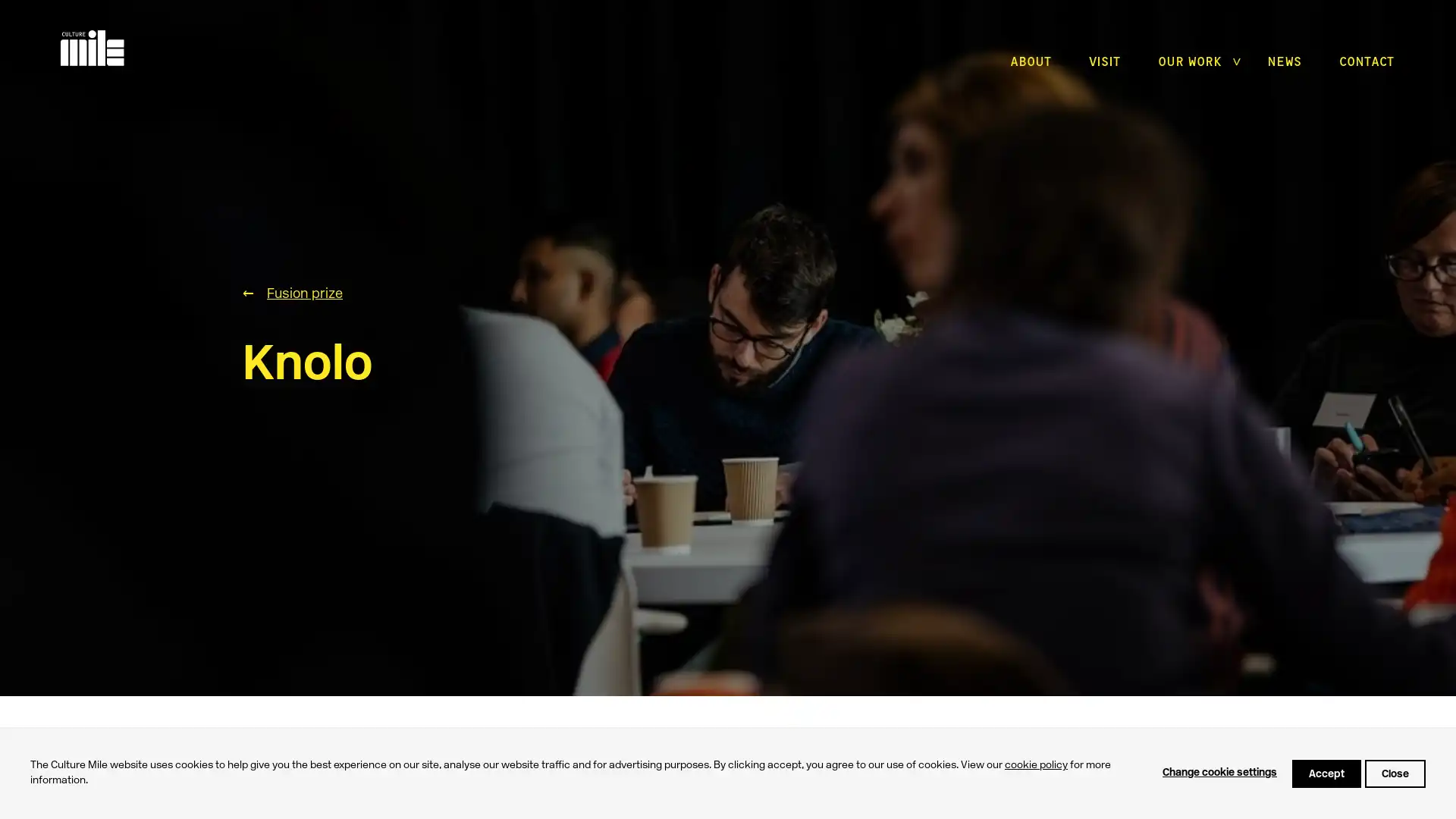 This screenshot has height=819, width=1456. I want to click on Accept, so click(1326, 773).